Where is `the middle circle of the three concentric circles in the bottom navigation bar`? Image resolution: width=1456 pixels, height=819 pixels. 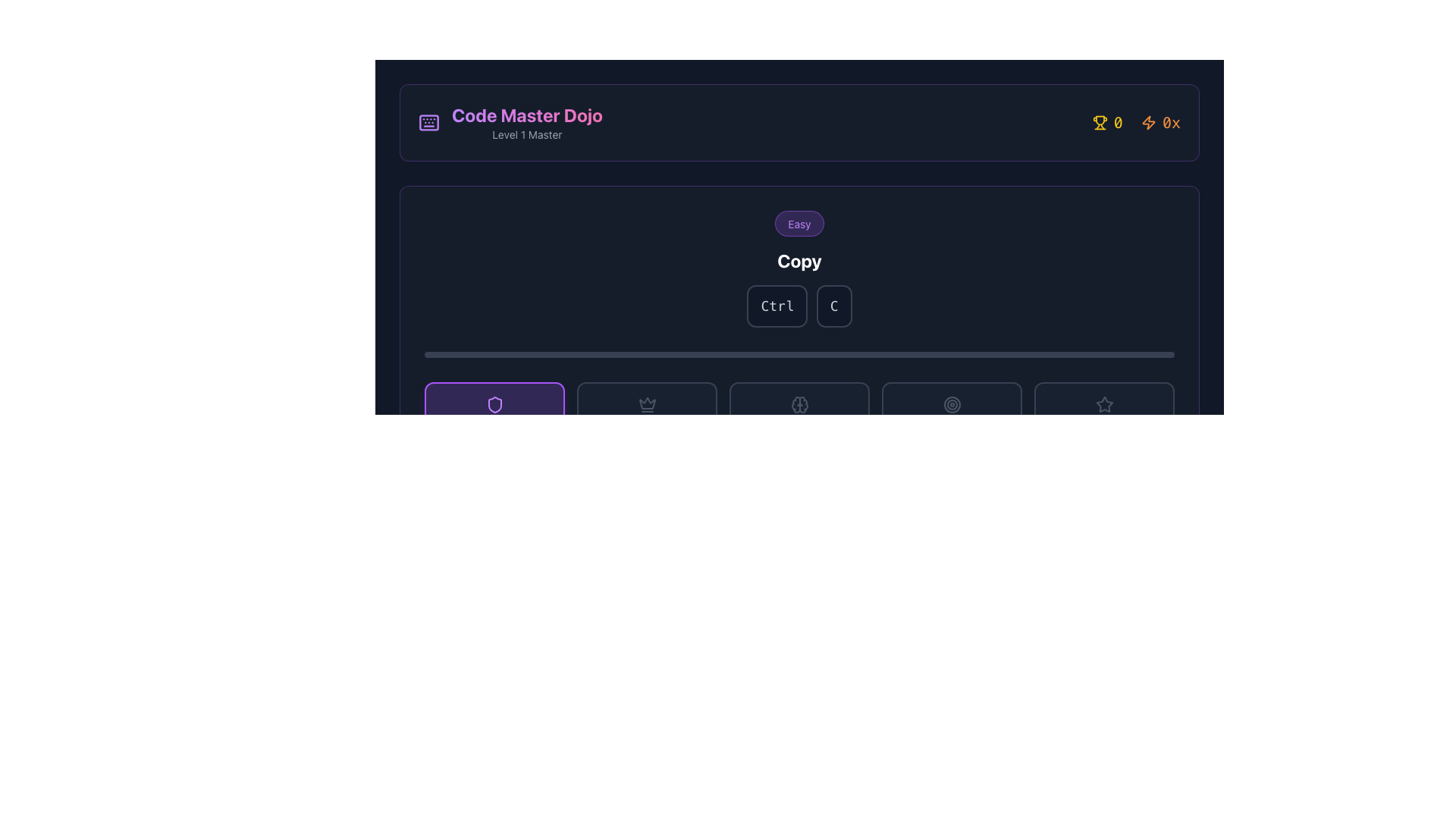 the middle circle of the three concentric circles in the bottom navigation bar is located at coordinates (951, 403).